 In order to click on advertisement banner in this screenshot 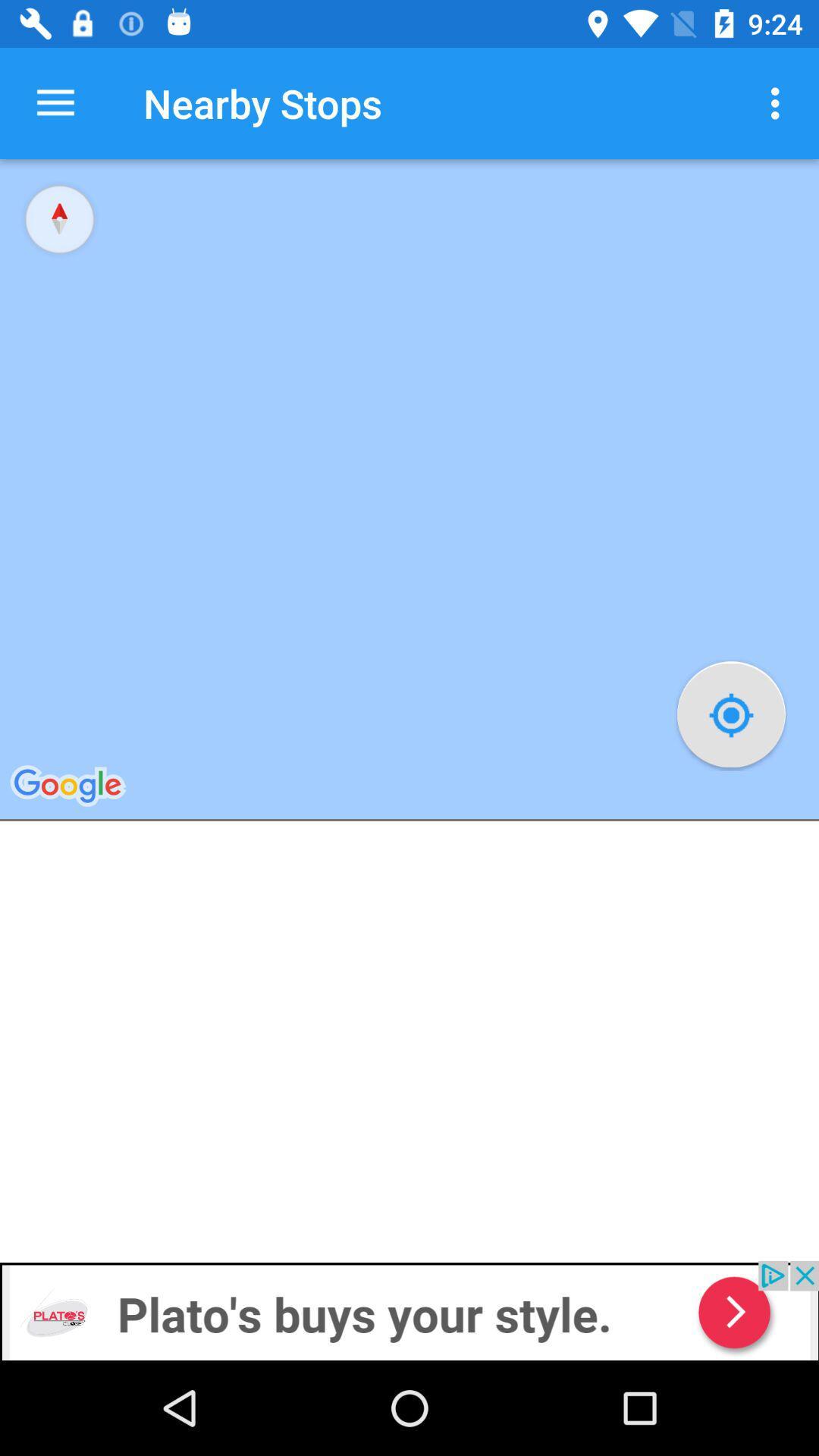, I will do `click(409, 1310)`.